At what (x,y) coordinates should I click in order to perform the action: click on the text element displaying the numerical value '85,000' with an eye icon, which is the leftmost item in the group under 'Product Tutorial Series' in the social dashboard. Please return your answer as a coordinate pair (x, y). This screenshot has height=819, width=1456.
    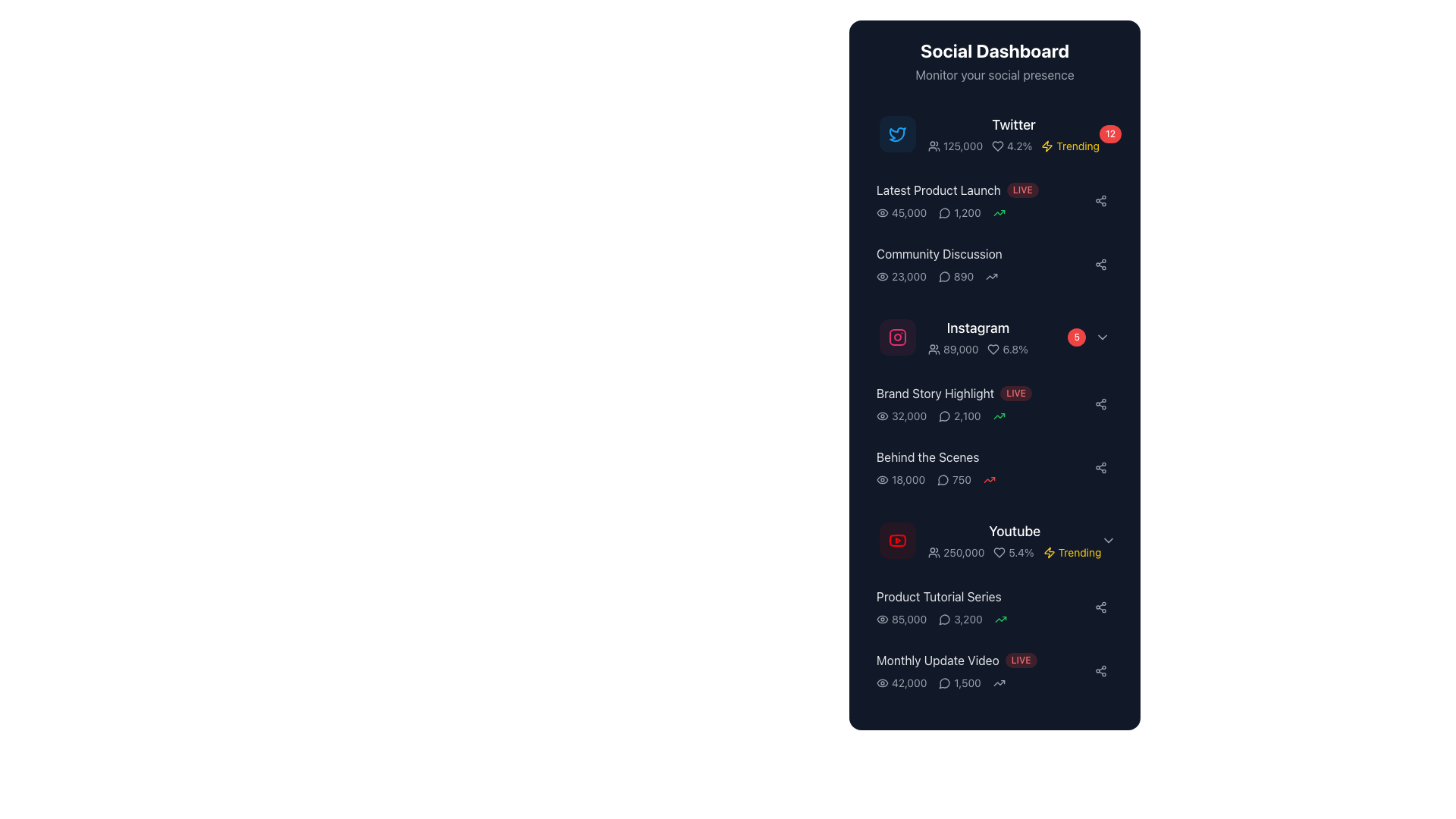
    Looking at the image, I should click on (902, 620).